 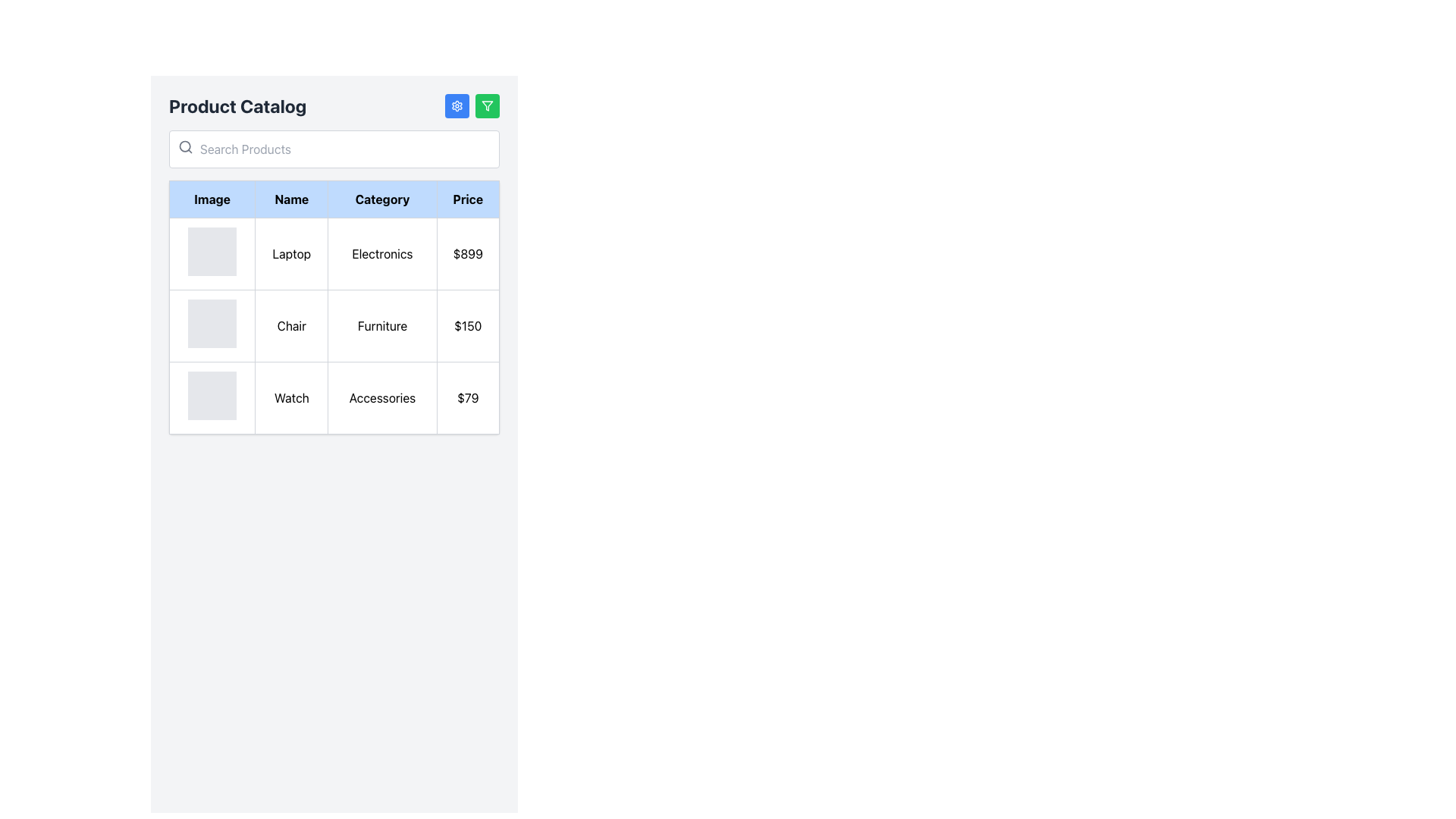 What do you see at coordinates (467, 325) in the screenshot?
I see `the price text label for the Chair item` at bounding box center [467, 325].